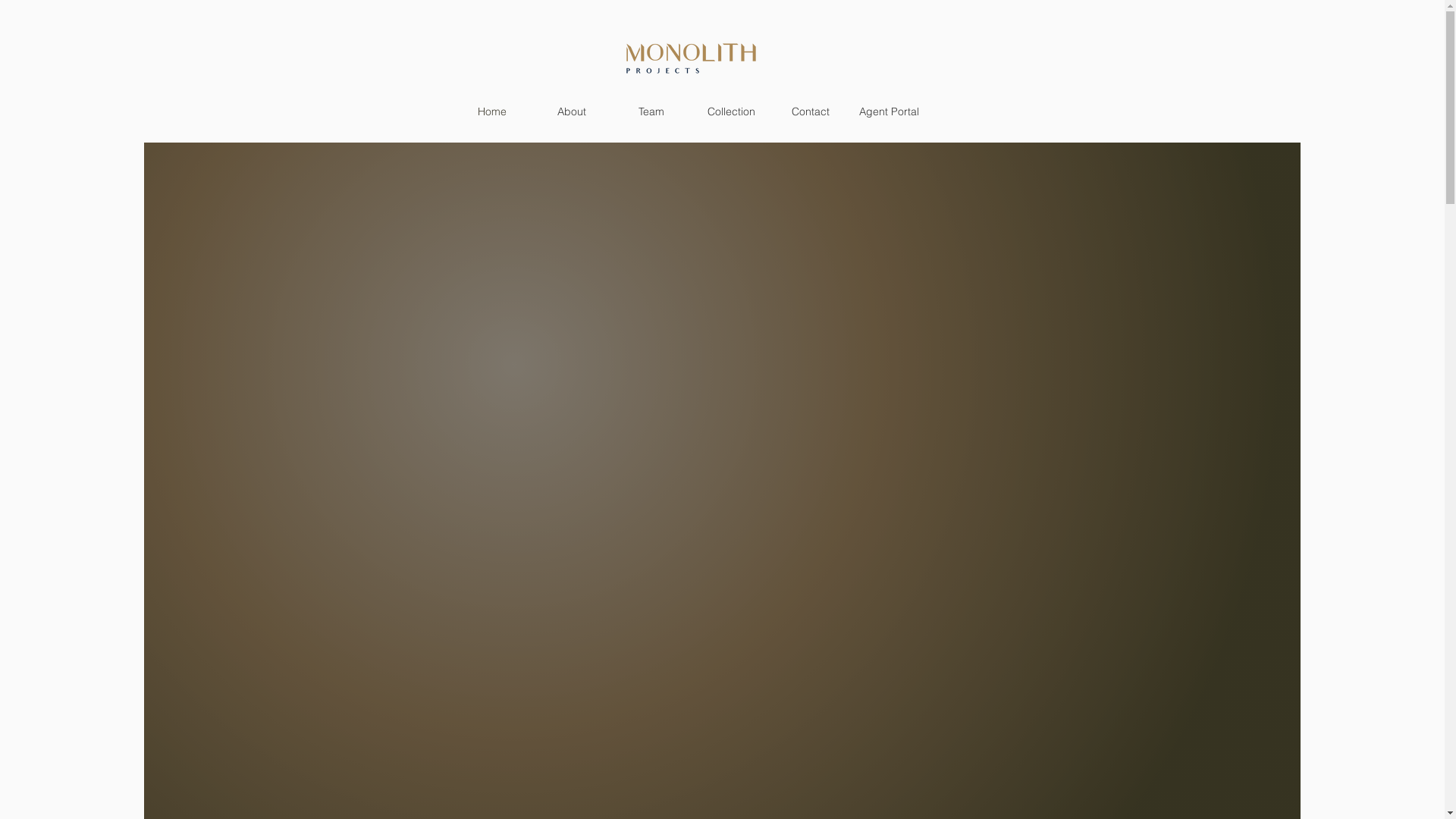 The width and height of the screenshot is (1456, 819). I want to click on 'Contact', so click(770, 110).